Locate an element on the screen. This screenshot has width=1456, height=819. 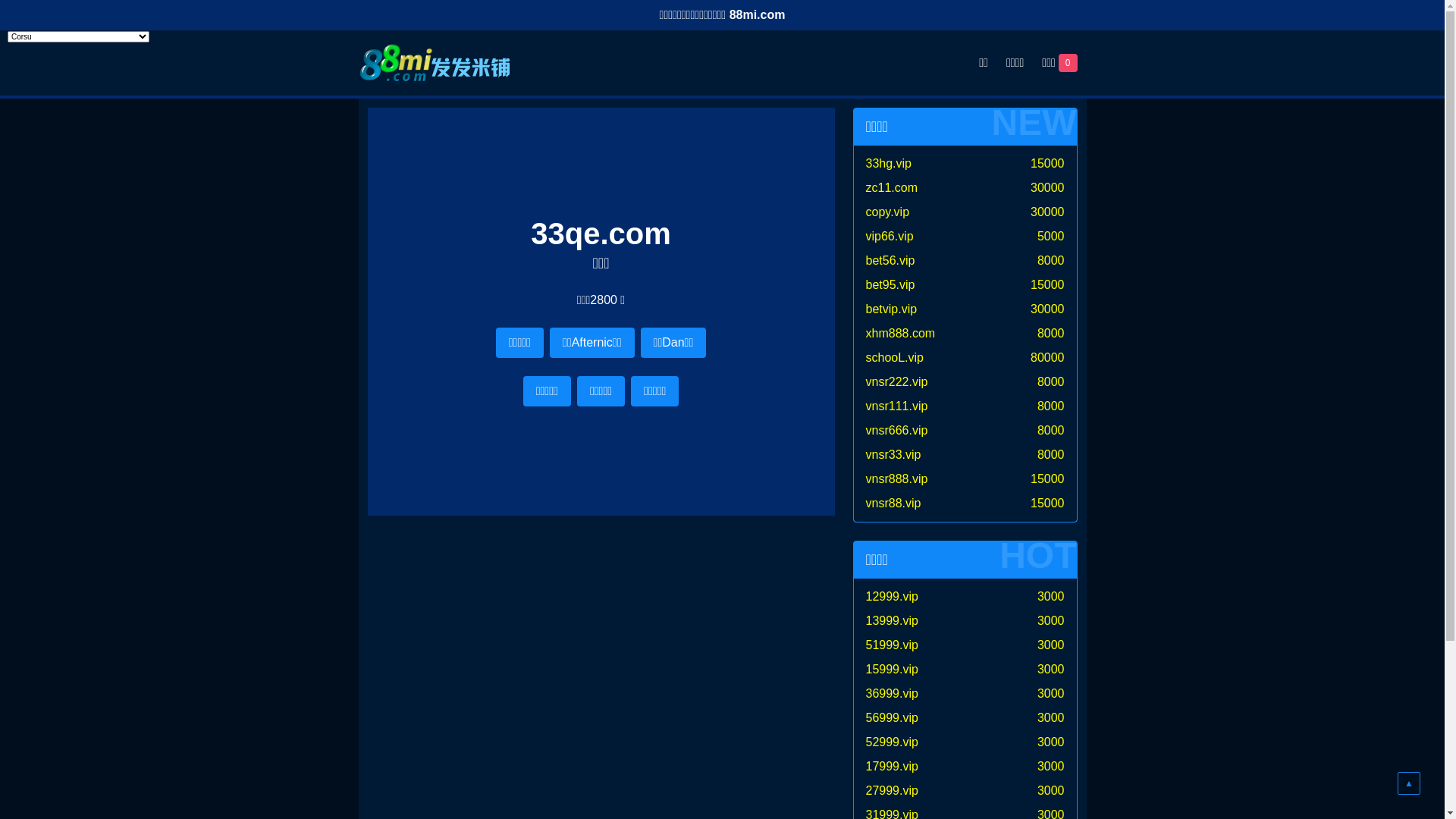
'vnsr88.vip' is located at coordinates (893, 503).